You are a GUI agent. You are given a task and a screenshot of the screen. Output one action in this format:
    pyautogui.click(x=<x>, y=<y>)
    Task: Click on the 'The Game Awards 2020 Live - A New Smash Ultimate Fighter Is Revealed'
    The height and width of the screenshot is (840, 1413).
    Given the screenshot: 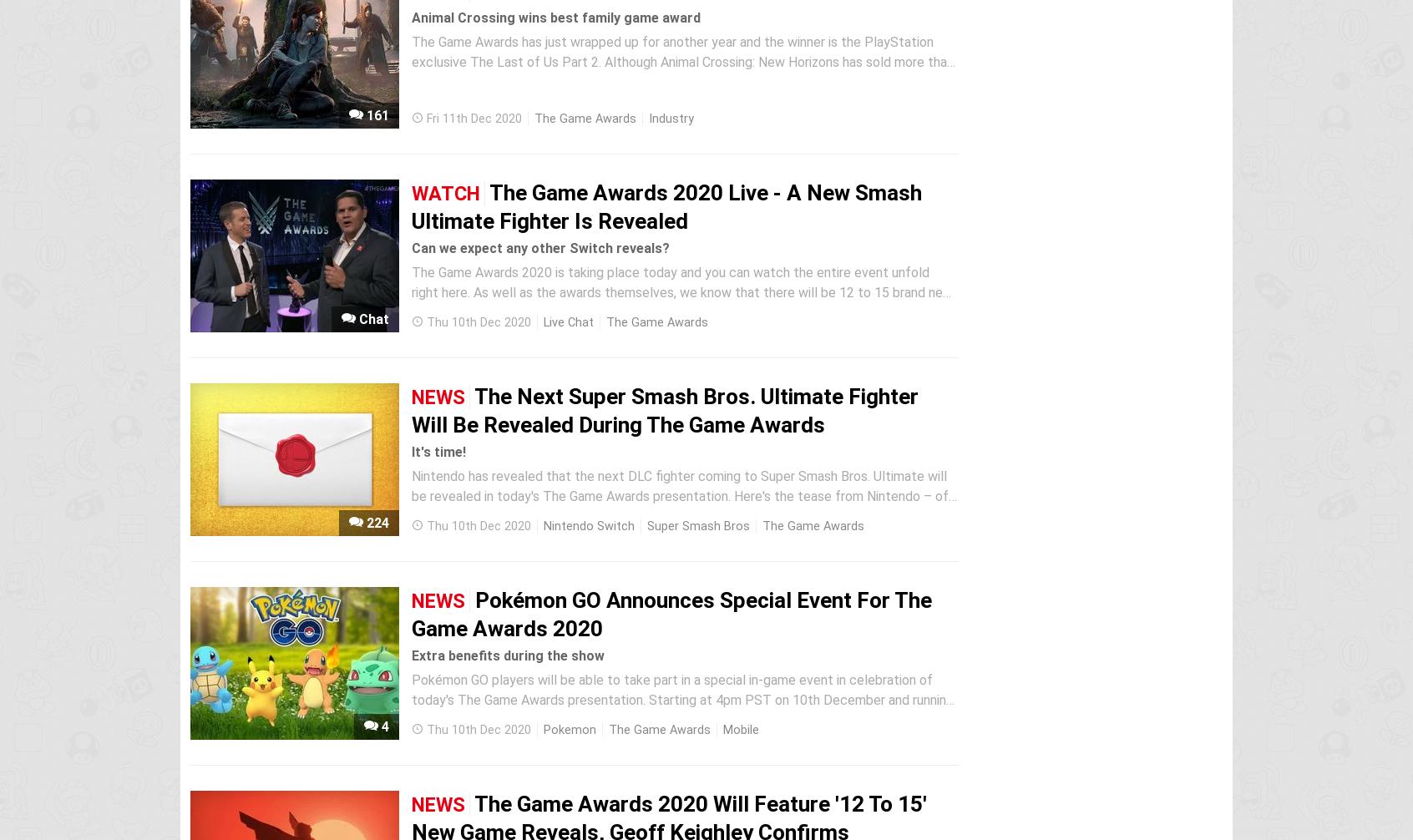 What is the action you would take?
    pyautogui.click(x=666, y=206)
    